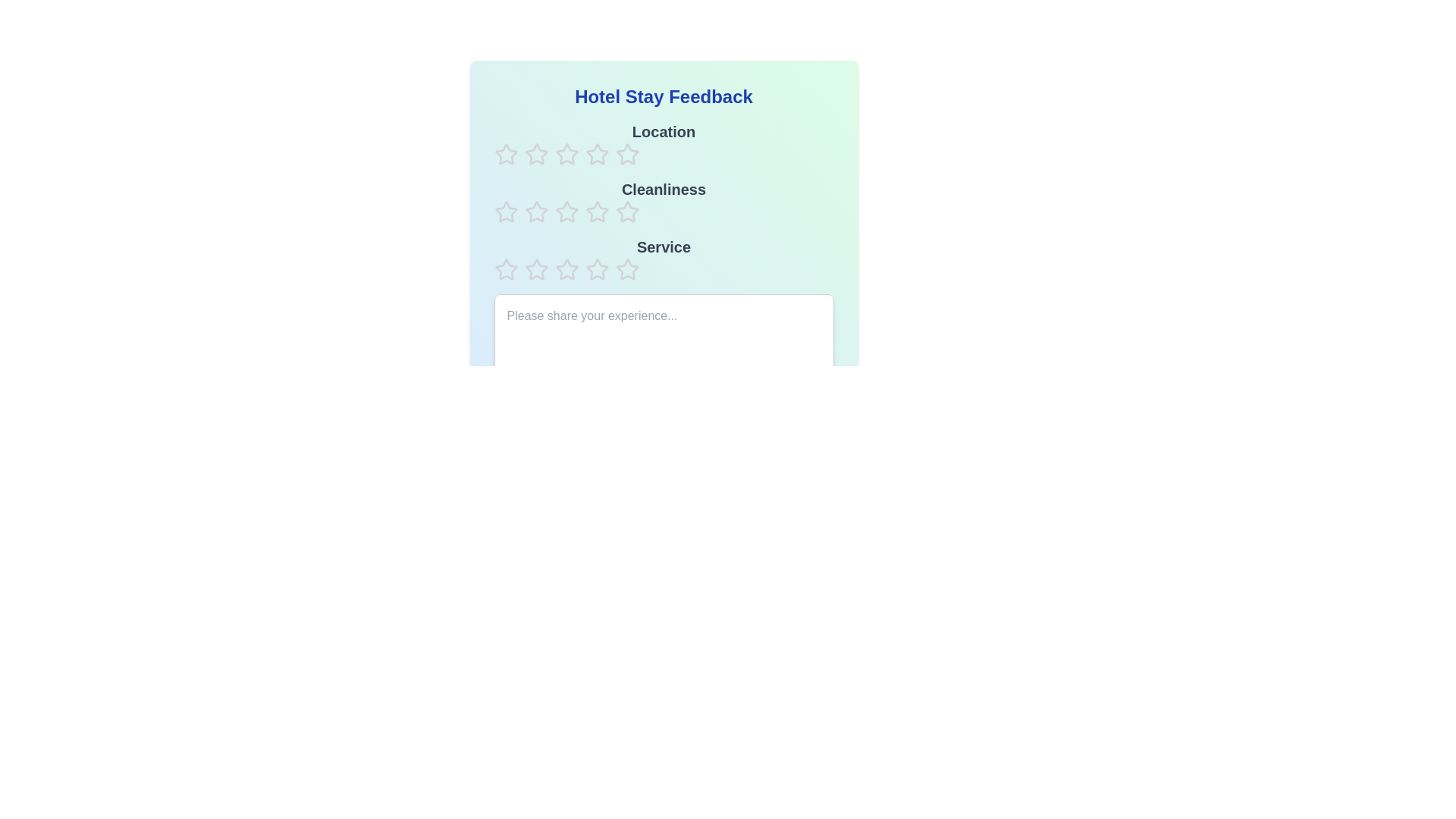  What do you see at coordinates (664, 143) in the screenshot?
I see `the 'Location' text label that signifies the purpose of the rating stars for the attribute 'Location', positioned above the rating stars in the feedback form interface` at bounding box center [664, 143].